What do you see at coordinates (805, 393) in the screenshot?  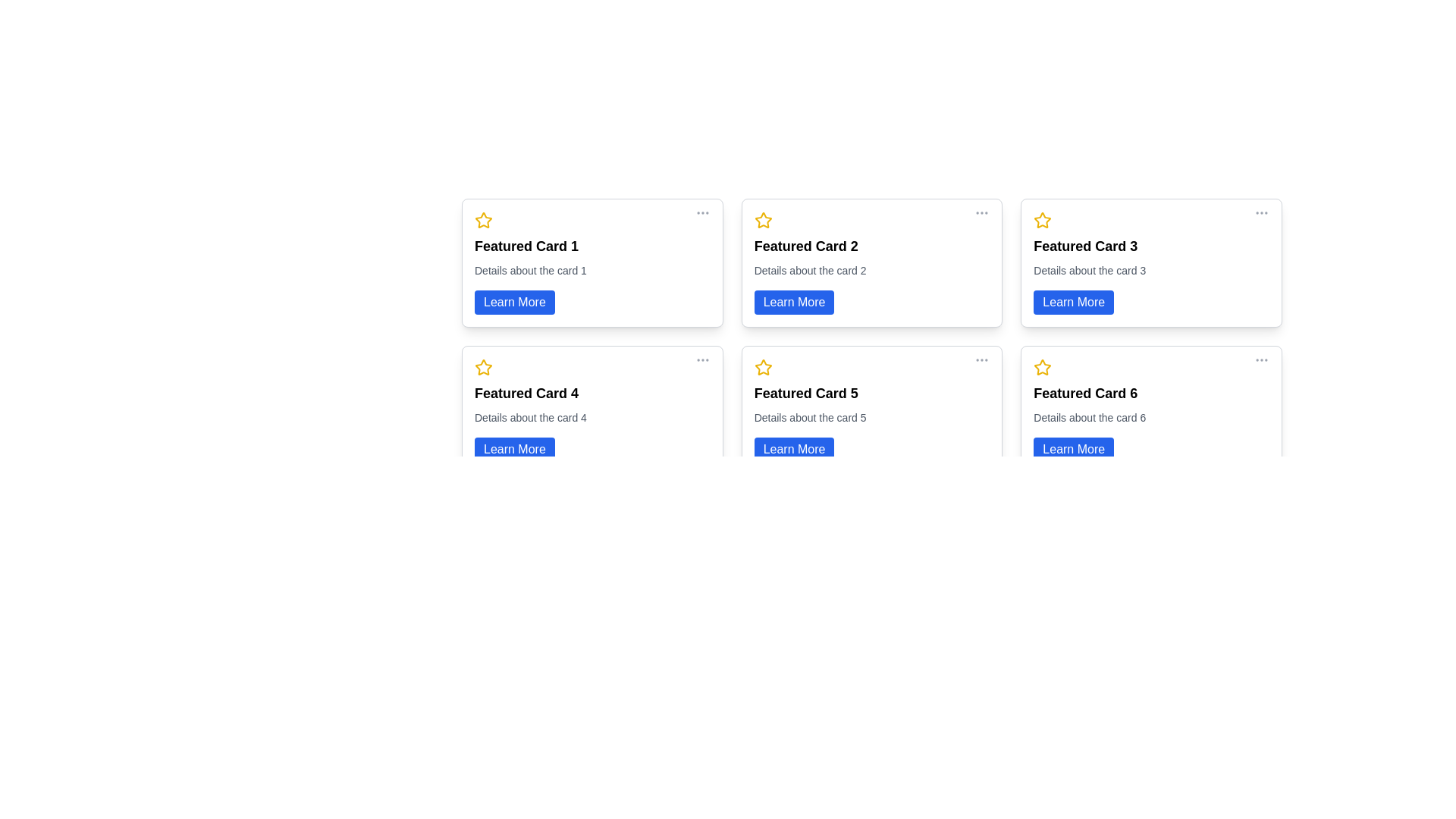 I see `the 'Featured Card 5' text label, which is styled with a bold font and larger size, positioned centrally within the fifth card layout, directly below a yellow star icon` at bounding box center [805, 393].